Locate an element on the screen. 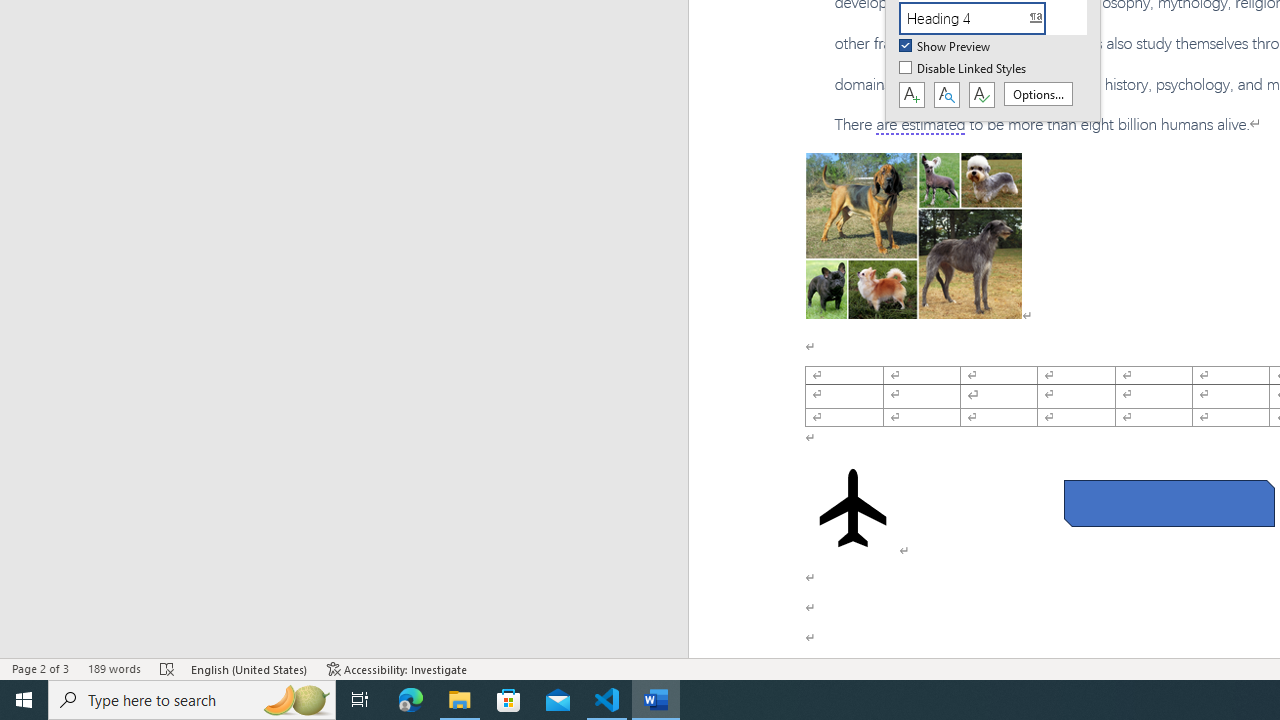 This screenshot has width=1280, height=720. 'Spelling and Grammar Check Errors' is located at coordinates (168, 669).